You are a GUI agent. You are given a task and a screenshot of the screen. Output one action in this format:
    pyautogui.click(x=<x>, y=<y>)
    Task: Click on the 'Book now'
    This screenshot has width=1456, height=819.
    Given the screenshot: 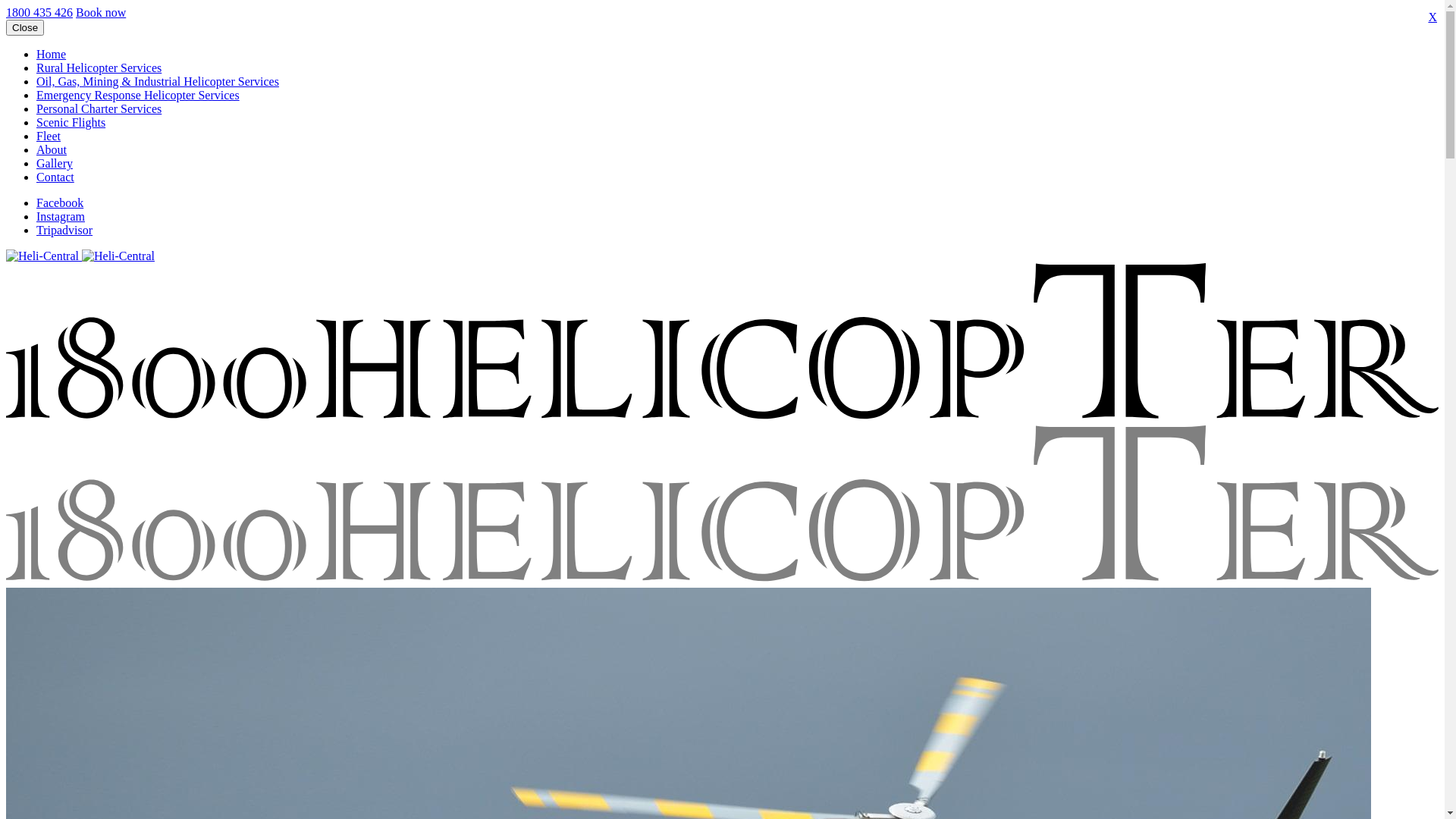 What is the action you would take?
    pyautogui.click(x=100, y=12)
    